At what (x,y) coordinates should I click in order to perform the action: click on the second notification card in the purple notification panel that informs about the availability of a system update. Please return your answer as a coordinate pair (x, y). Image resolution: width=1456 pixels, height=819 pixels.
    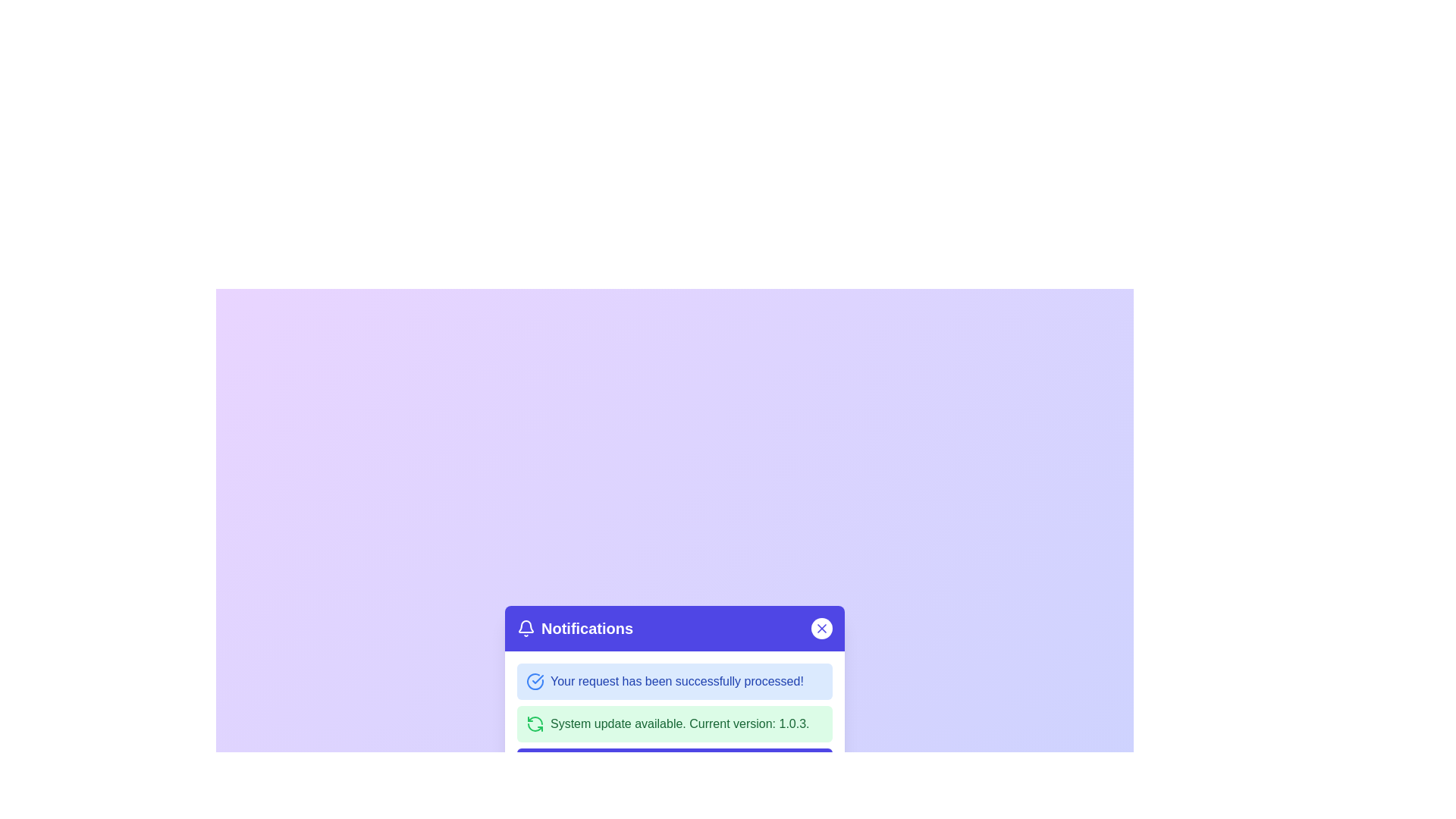
    Looking at the image, I should click on (673, 723).